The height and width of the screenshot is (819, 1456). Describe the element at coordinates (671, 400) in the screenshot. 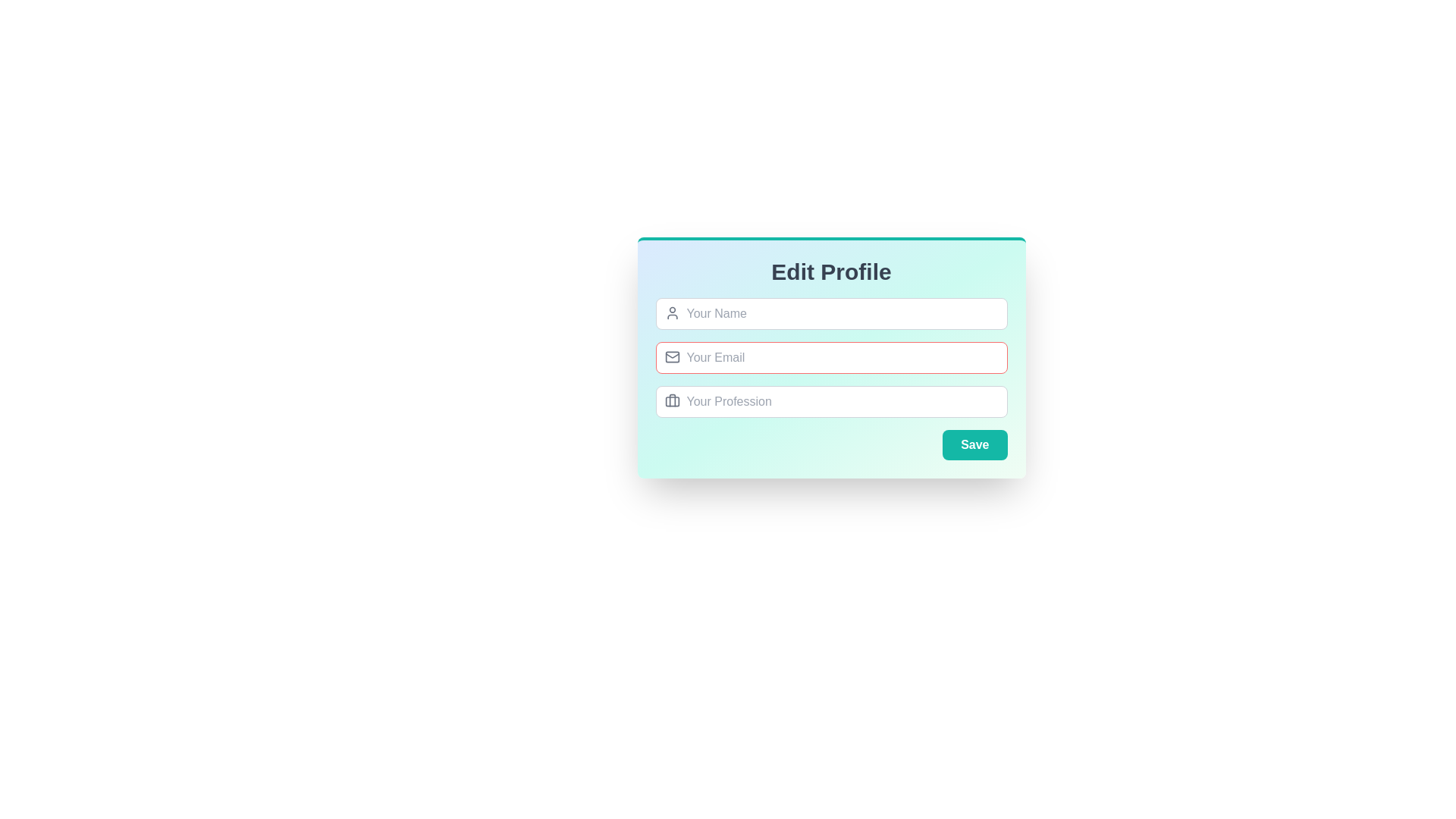

I see `the briefcase icon located within the 'Your Profession' input field in the 'Edit Profile' form` at that location.